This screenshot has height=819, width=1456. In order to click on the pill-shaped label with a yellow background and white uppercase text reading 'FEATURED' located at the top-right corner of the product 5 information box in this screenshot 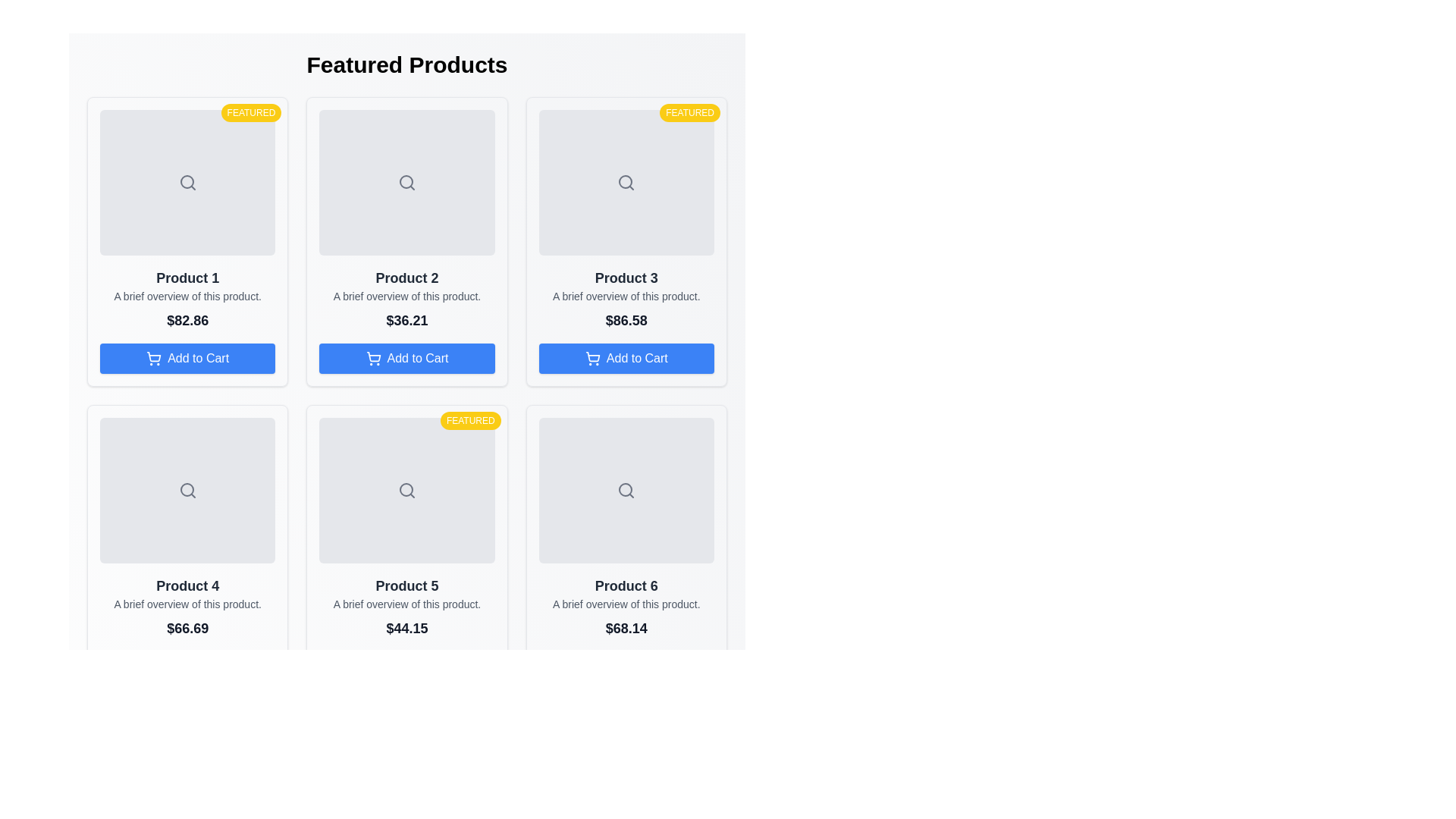, I will do `click(469, 421)`.